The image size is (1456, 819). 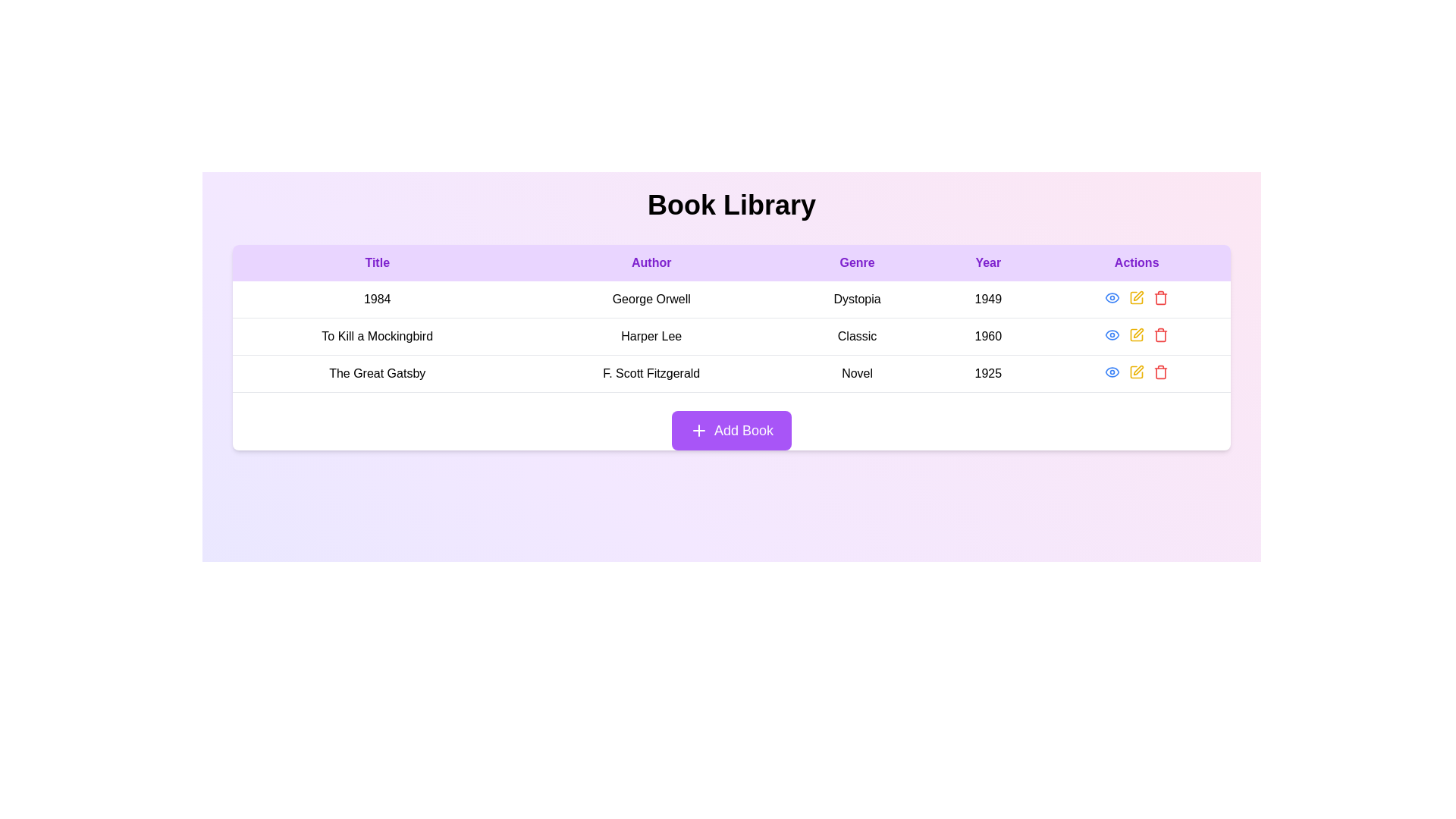 I want to click on the Text Display element displaying 'George Orwell', located in the 'Author' column of the table corresponding to the book '1984', so click(x=651, y=300).